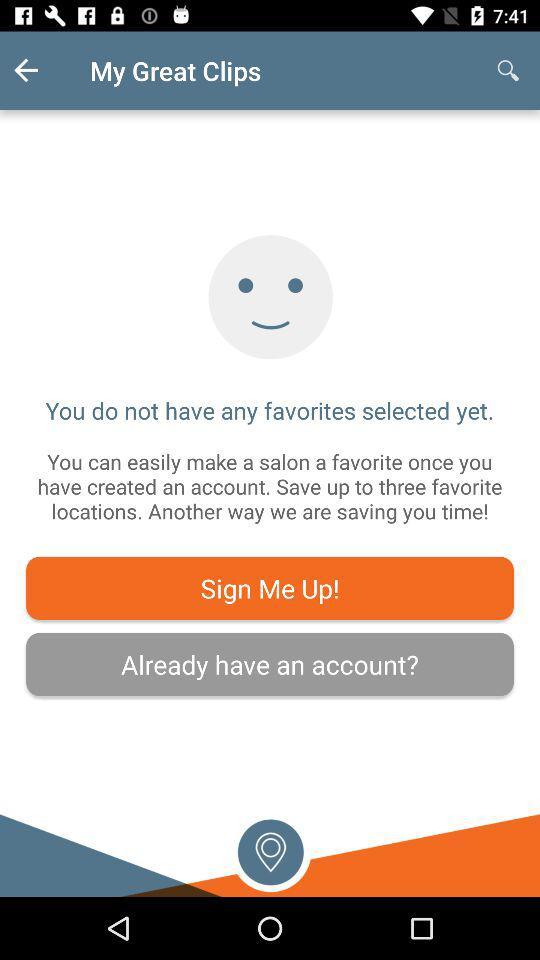 This screenshot has width=540, height=960. What do you see at coordinates (508, 70) in the screenshot?
I see `the item next to my great clips item` at bounding box center [508, 70].